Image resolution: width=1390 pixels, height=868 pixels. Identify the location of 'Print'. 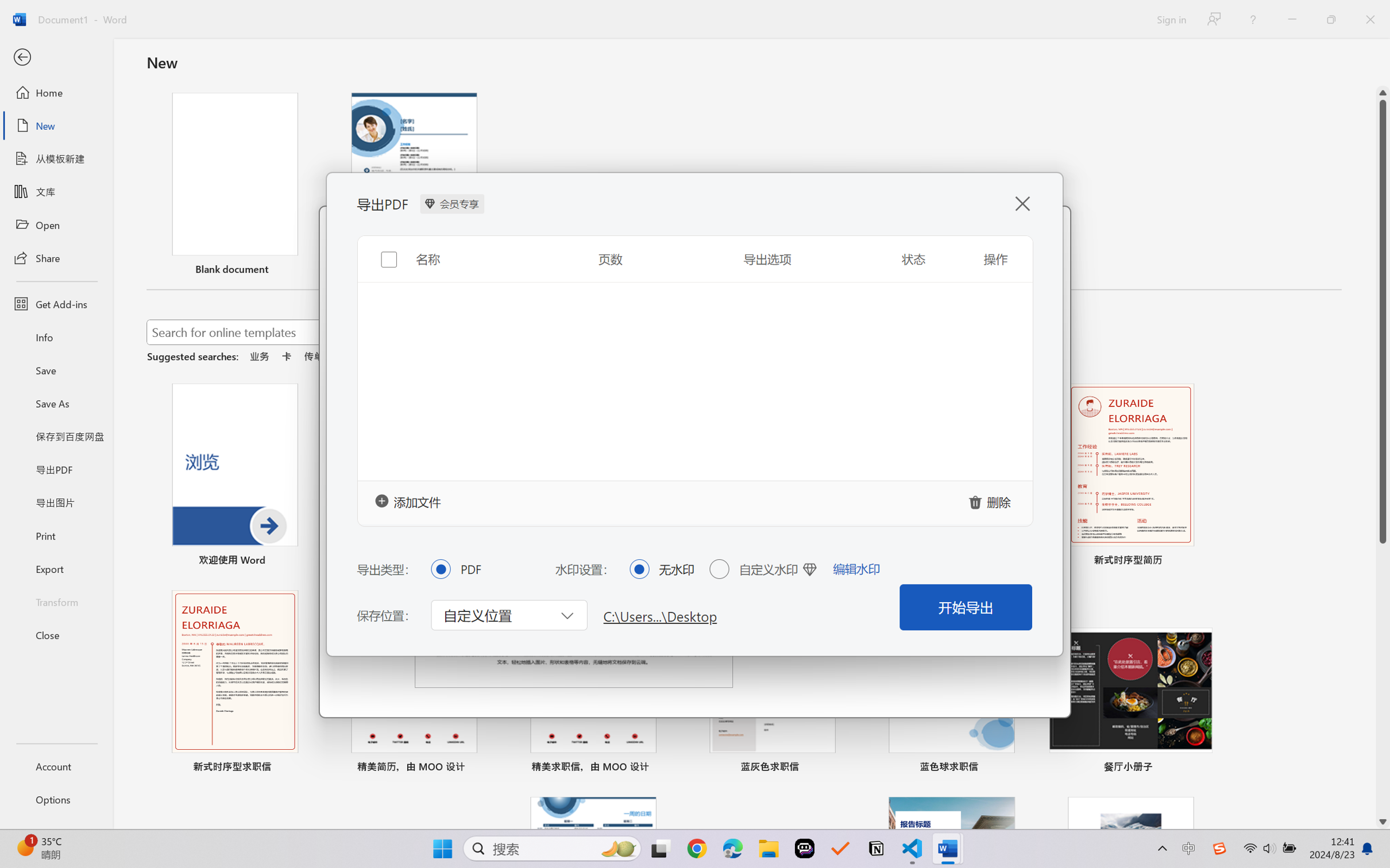
(56, 536).